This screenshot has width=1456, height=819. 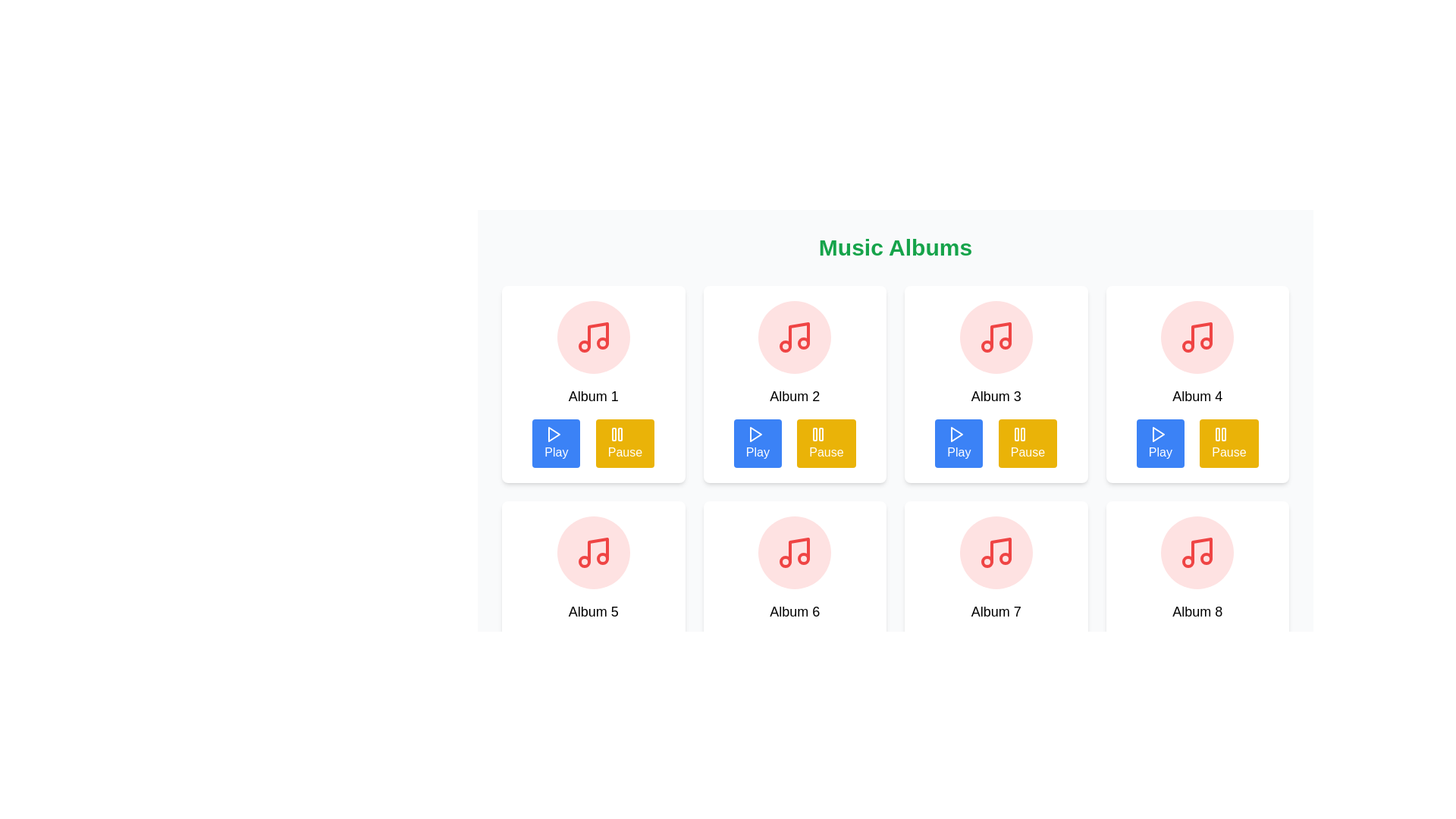 I want to click on the red musical note icon with a circular pink background, which represents an album's visual identifier in the album grid layout, so click(x=794, y=336).